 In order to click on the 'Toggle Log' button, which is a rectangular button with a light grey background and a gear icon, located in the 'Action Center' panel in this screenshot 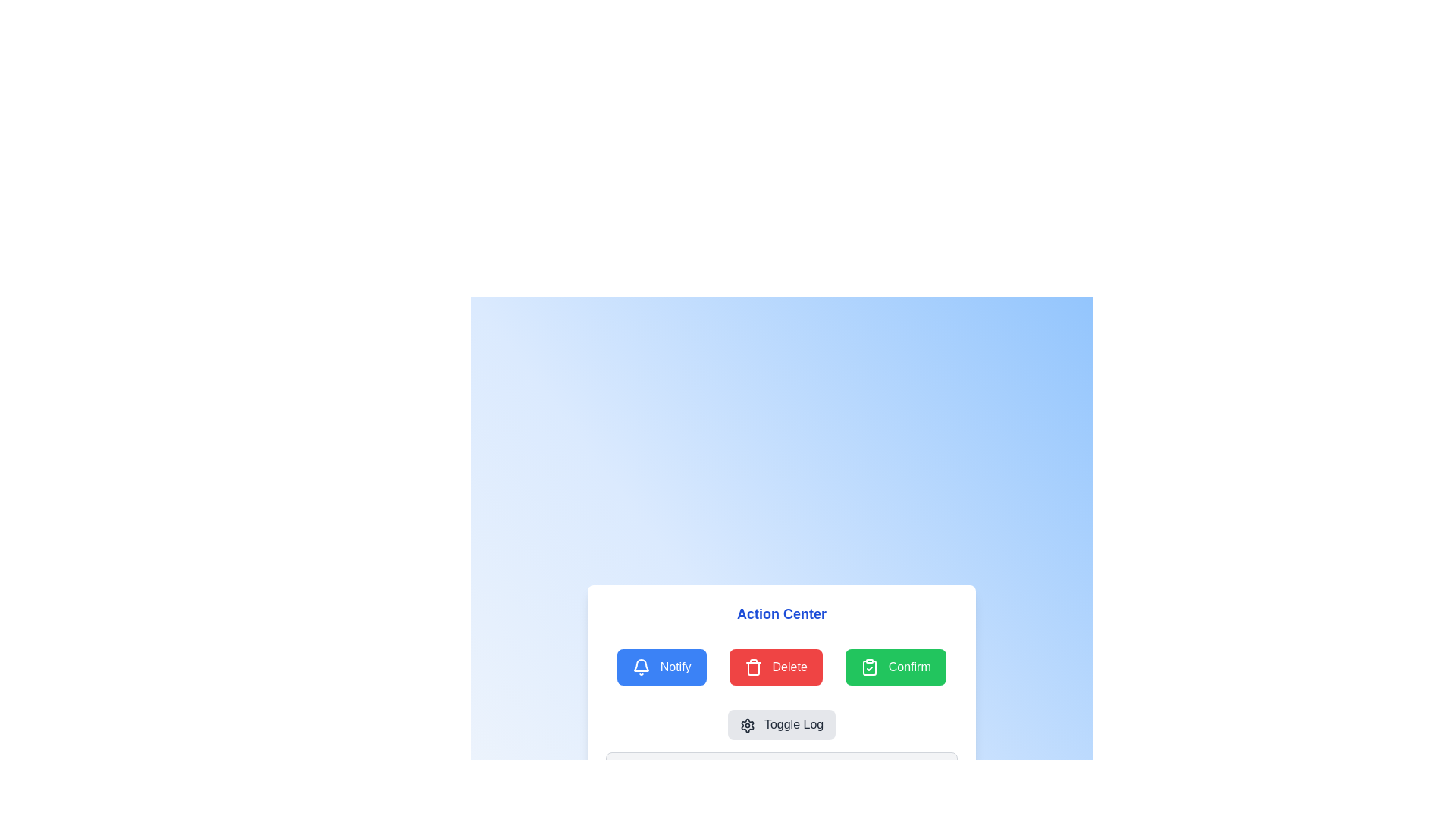, I will do `click(782, 724)`.